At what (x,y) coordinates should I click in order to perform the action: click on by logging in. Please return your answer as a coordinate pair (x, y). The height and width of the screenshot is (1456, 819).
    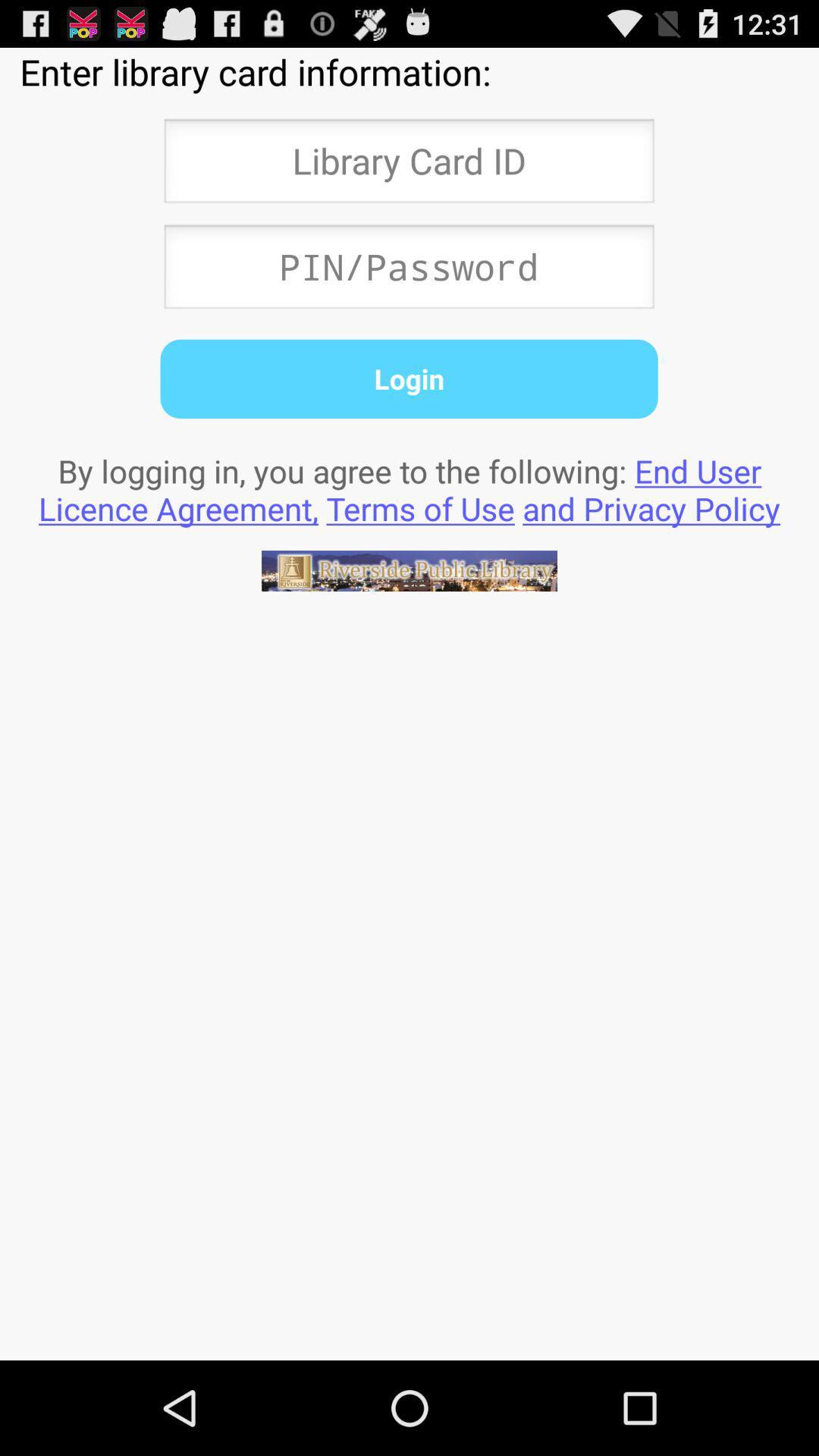
    Looking at the image, I should click on (409, 489).